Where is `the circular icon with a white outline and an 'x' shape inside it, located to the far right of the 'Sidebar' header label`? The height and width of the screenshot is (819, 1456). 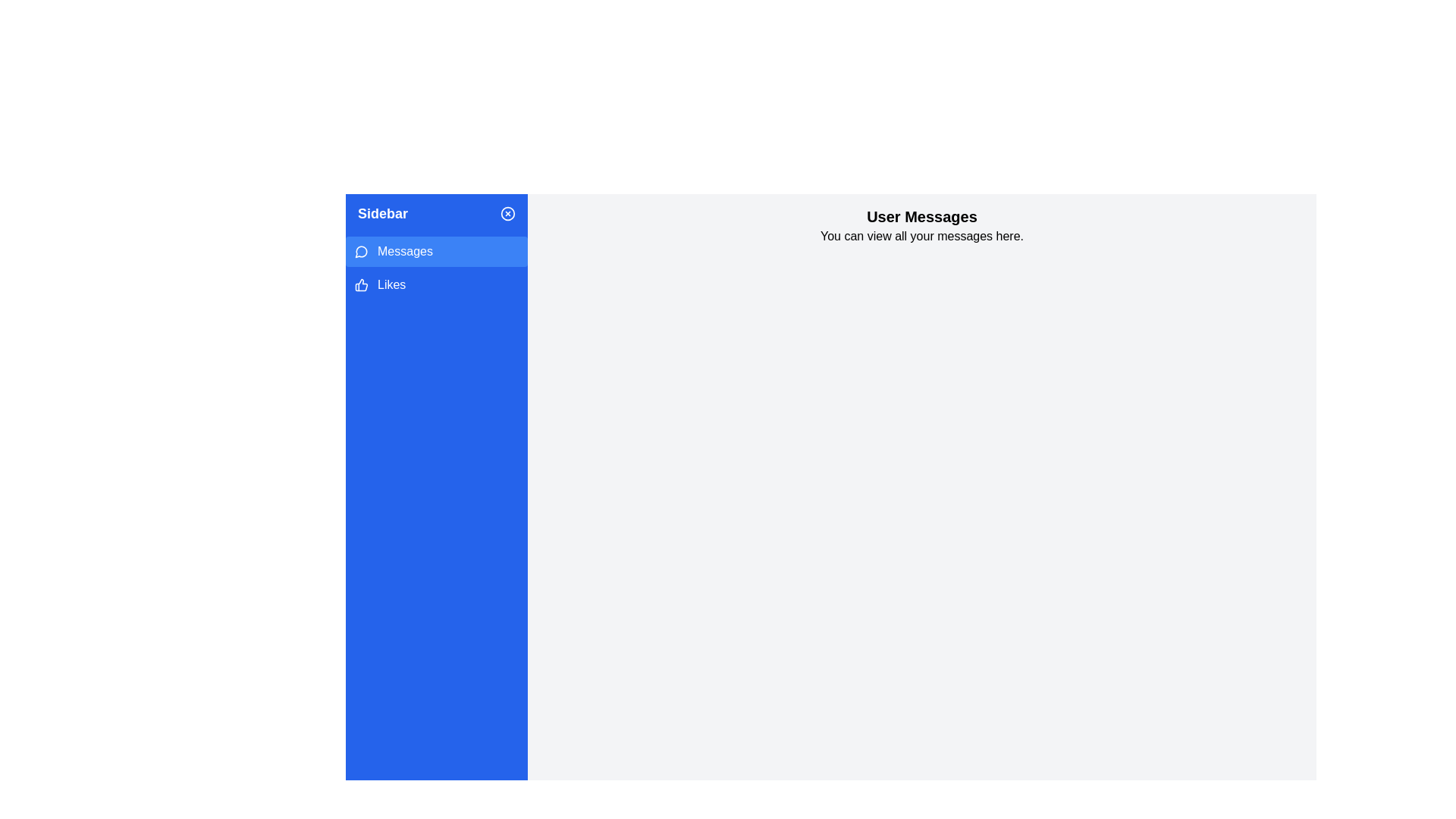
the circular icon with a white outline and an 'x' shape inside it, located to the far right of the 'Sidebar' header label is located at coordinates (508, 213).